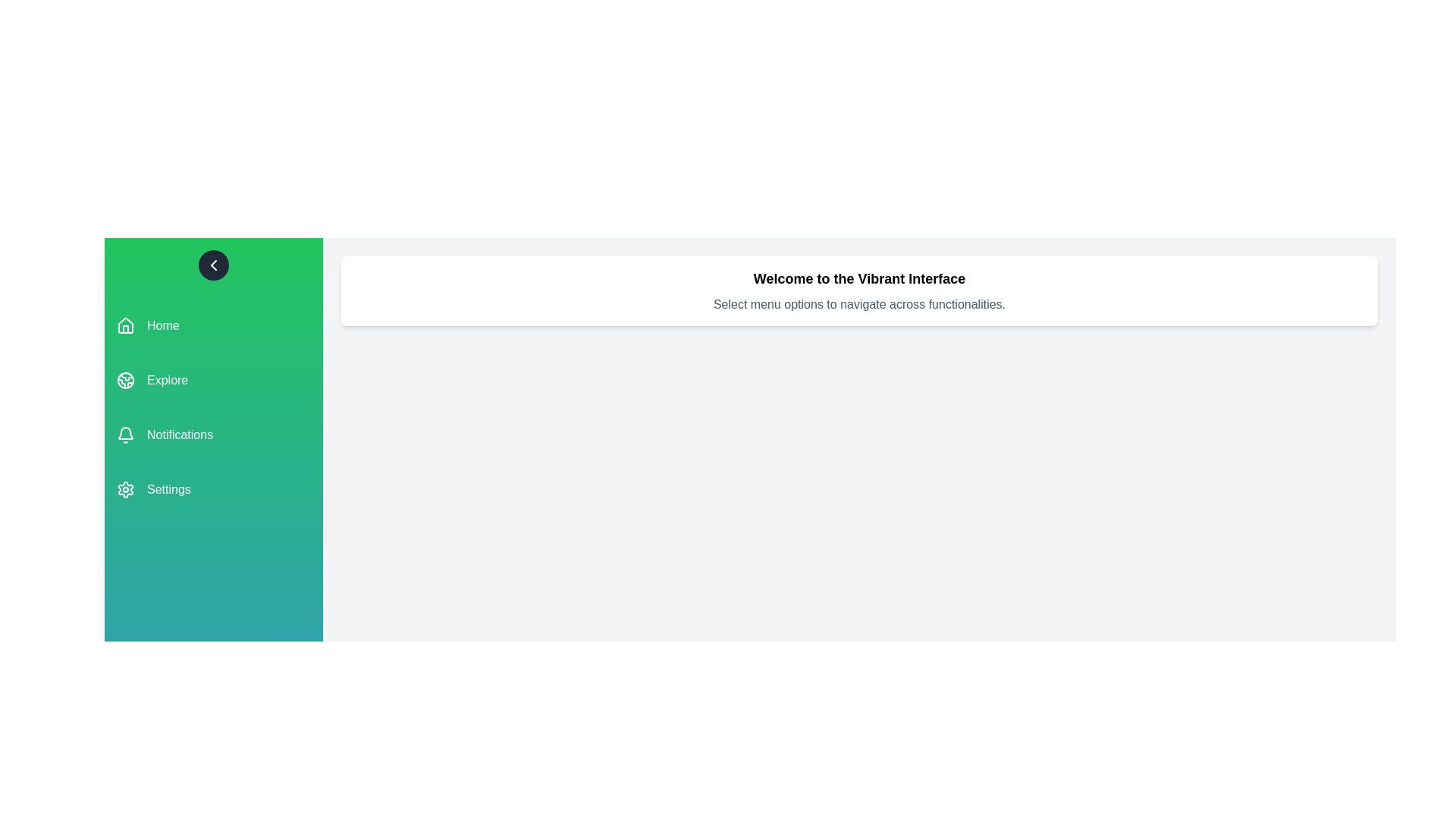 This screenshot has width=1456, height=819. What do you see at coordinates (213, 325) in the screenshot?
I see `the menu item Home to view its hover effect` at bounding box center [213, 325].